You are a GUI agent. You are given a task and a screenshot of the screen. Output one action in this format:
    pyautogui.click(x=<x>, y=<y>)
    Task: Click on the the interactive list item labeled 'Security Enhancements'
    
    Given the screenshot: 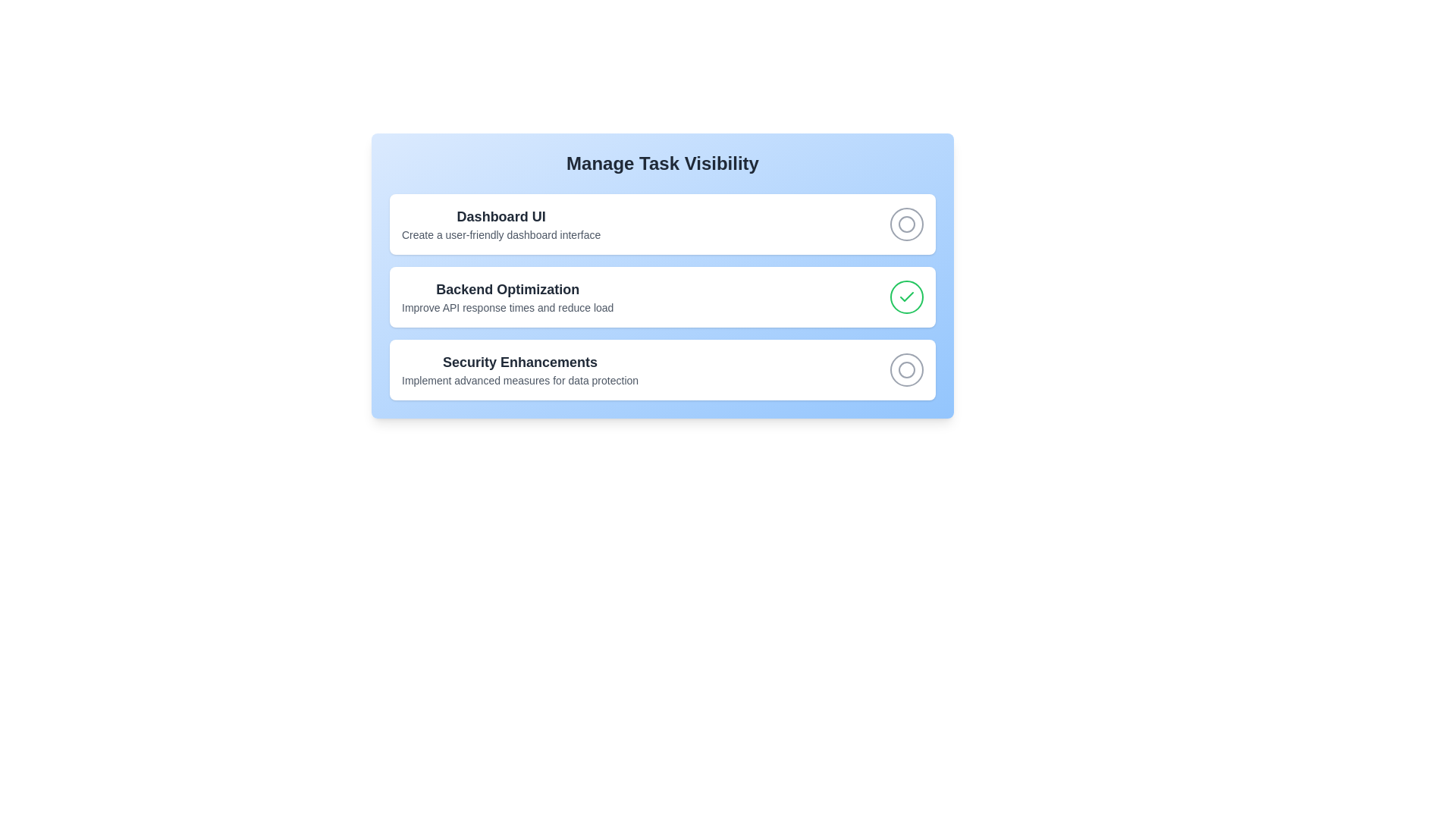 What is the action you would take?
    pyautogui.click(x=662, y=370)
    